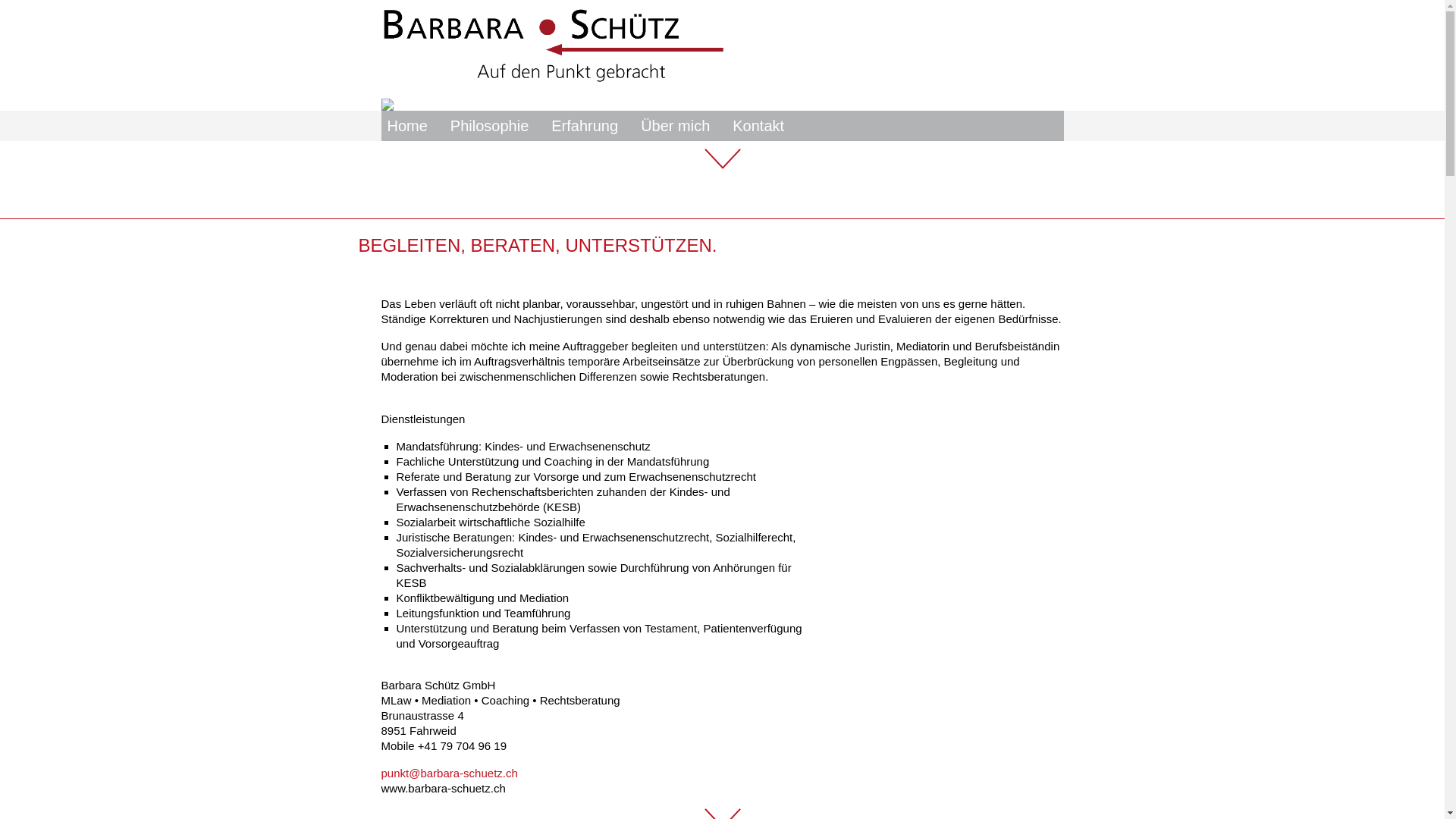 Image resolution: width=1456 pixels, height=819 pixels. Describe the element at coordinates (584, 124) in the screenshot. I see `'Erfahrung'` at that location.